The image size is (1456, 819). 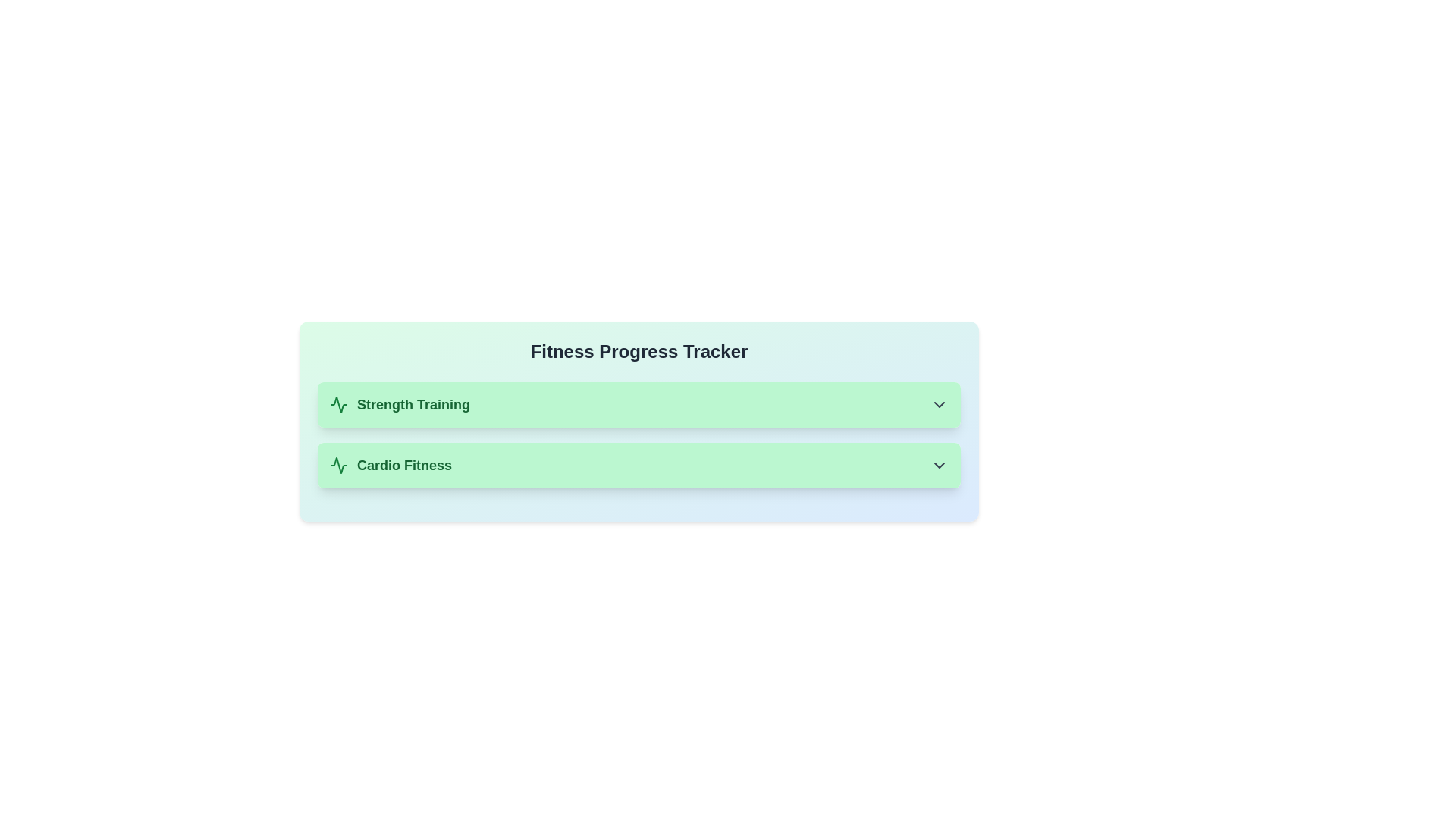 What do you see at coordinates (413, 403) in the screenshot?
I see `text label indicating the category 'Strength Training' located in the upper third of the menu items under the 'Fitness Progress Tracker' header` at bounding box center [413, 403].